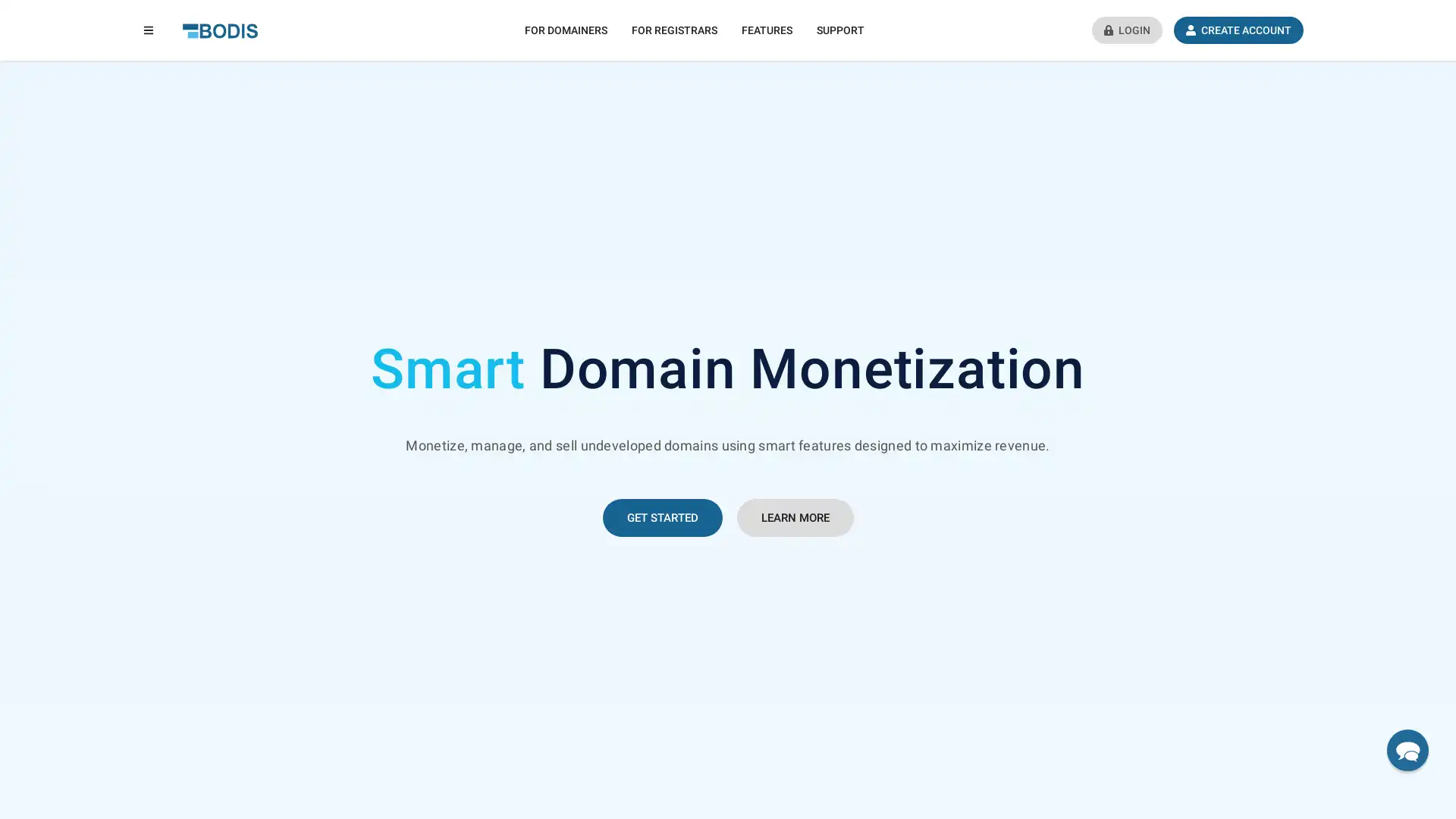 Image resolution: width=1456 pixels, height=819 pixels. What do you see at coordinates (1407, 749) in the screenshot?
I see `Chat widget toggle` at bounding box center [1407, 749].